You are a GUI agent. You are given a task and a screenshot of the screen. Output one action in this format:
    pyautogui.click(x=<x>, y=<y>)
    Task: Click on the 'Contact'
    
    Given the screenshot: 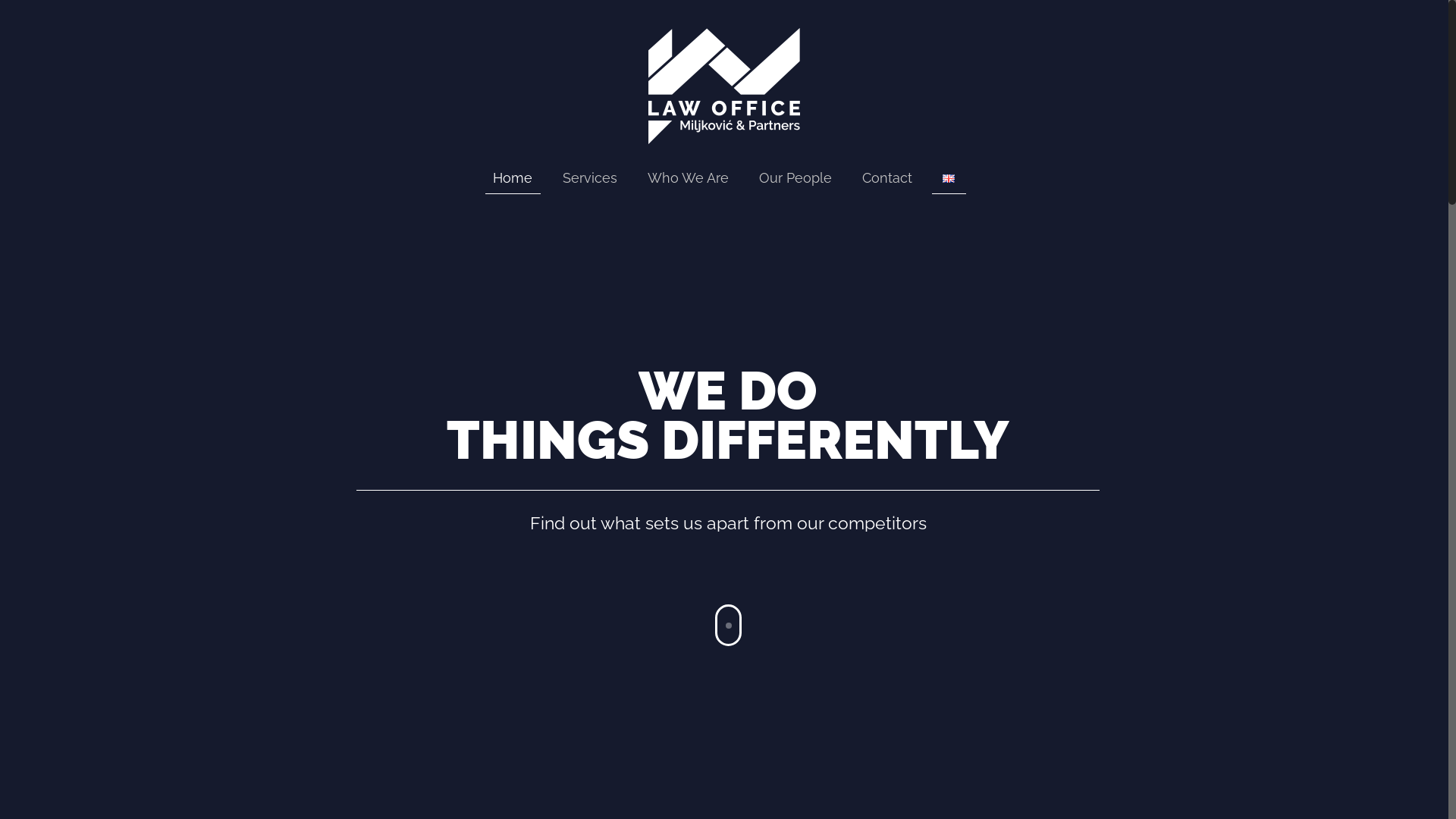 What is the action you would take?
    pyautogui.click(x=846, y=177)
    